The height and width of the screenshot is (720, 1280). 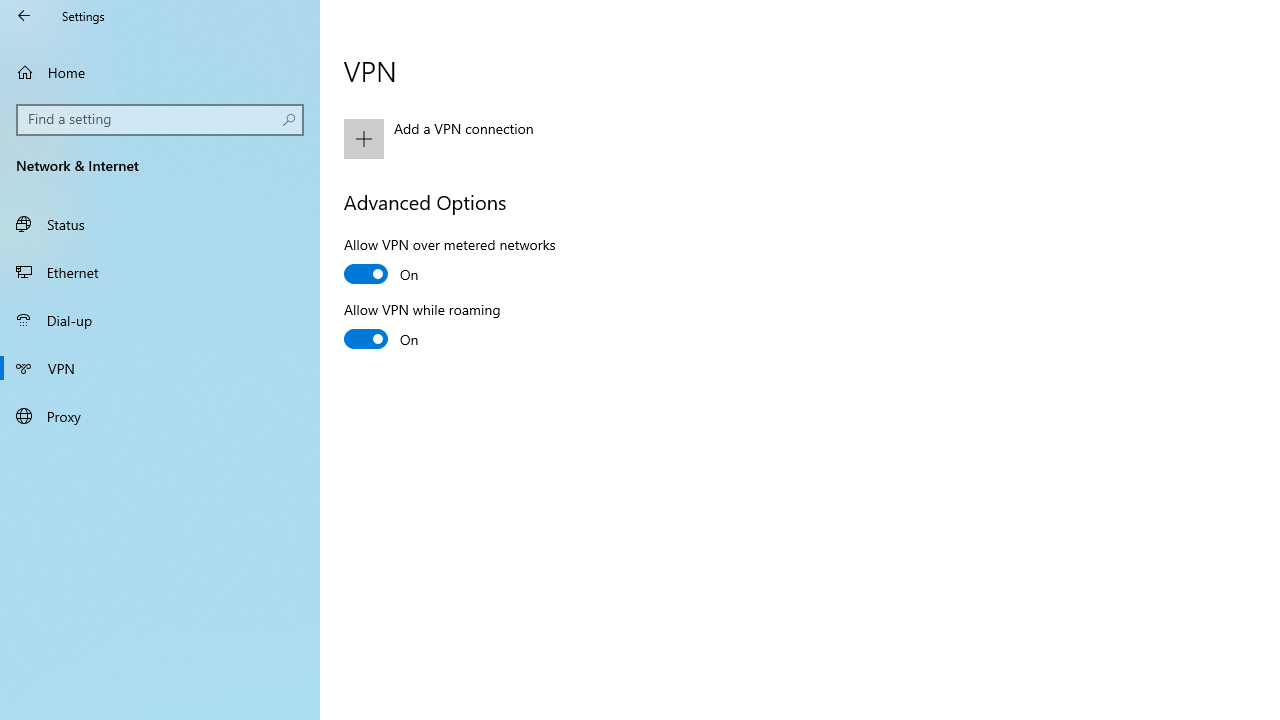 What do you see at coordinates (160, 271) in the screenshot?
I see `'Ethernet'` at bounding box center [160, 271].